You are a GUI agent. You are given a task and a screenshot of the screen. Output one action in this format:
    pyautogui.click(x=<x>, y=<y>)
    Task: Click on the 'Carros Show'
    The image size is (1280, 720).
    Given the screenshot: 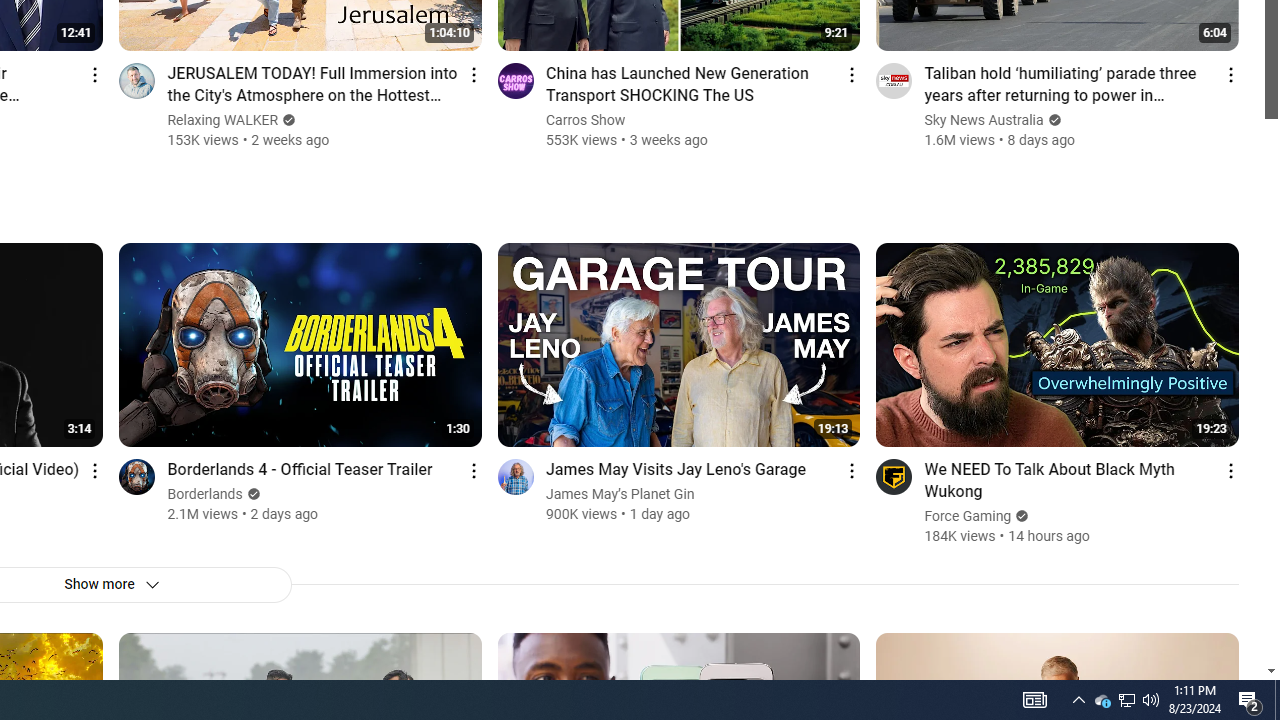 What is the action you would take?
    pyautogui.click(x=585, y=120)
    